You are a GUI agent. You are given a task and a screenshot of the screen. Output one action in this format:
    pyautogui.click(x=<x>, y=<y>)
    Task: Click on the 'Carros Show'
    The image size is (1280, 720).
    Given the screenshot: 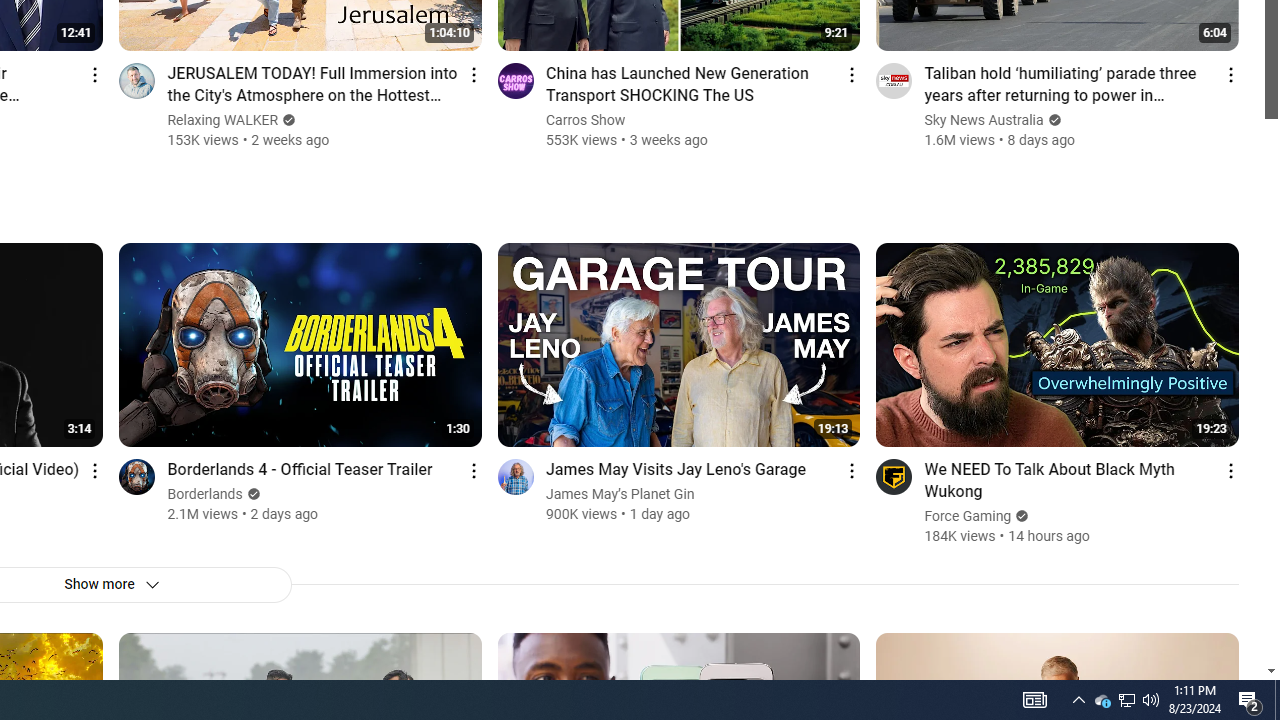 What is the action you would take?
    pyautogui.click(x=585, y=120)
    